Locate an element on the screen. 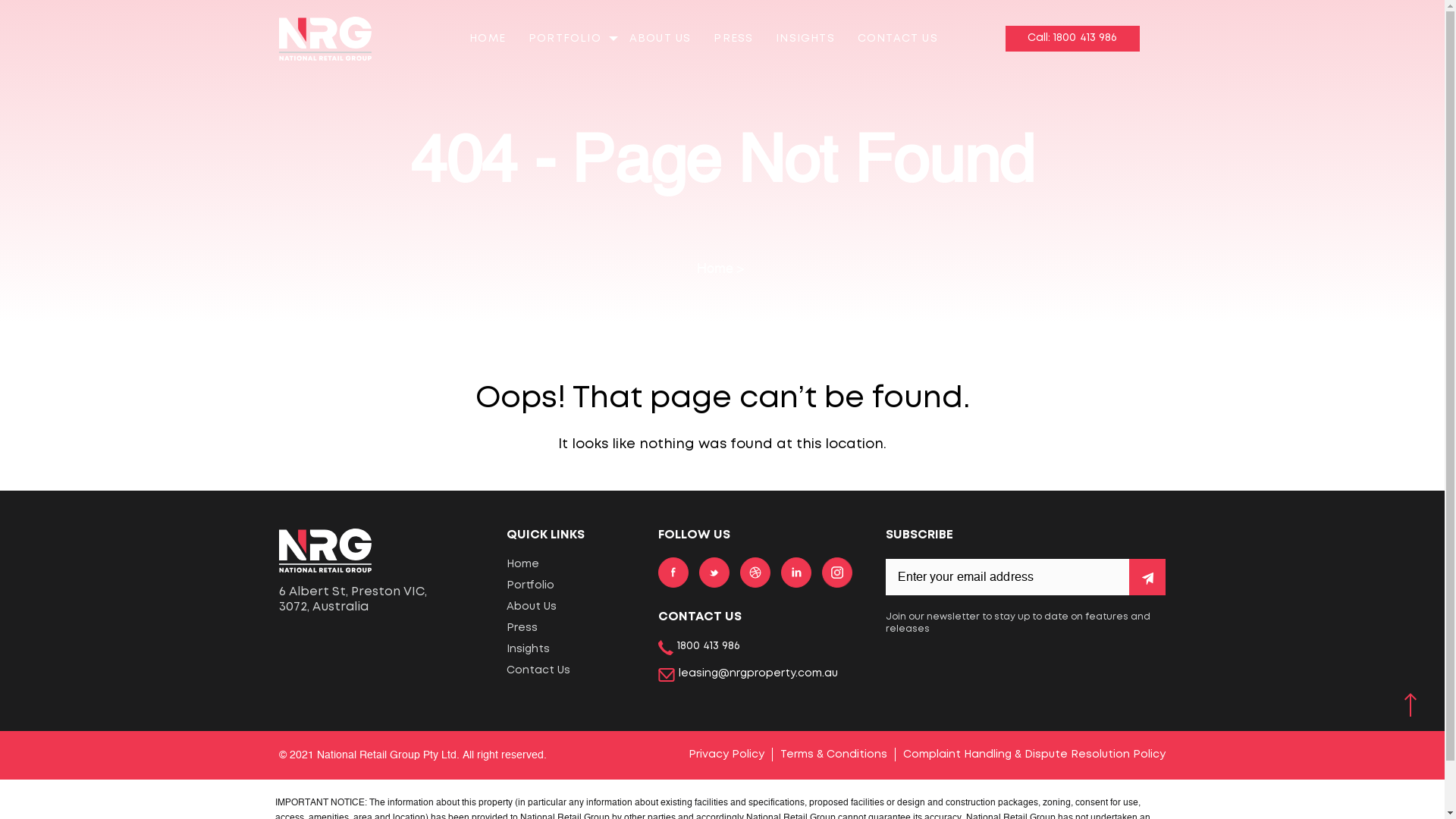 The image size is (1456, 819). 'Instagram' is located at coordinates (836, 570).